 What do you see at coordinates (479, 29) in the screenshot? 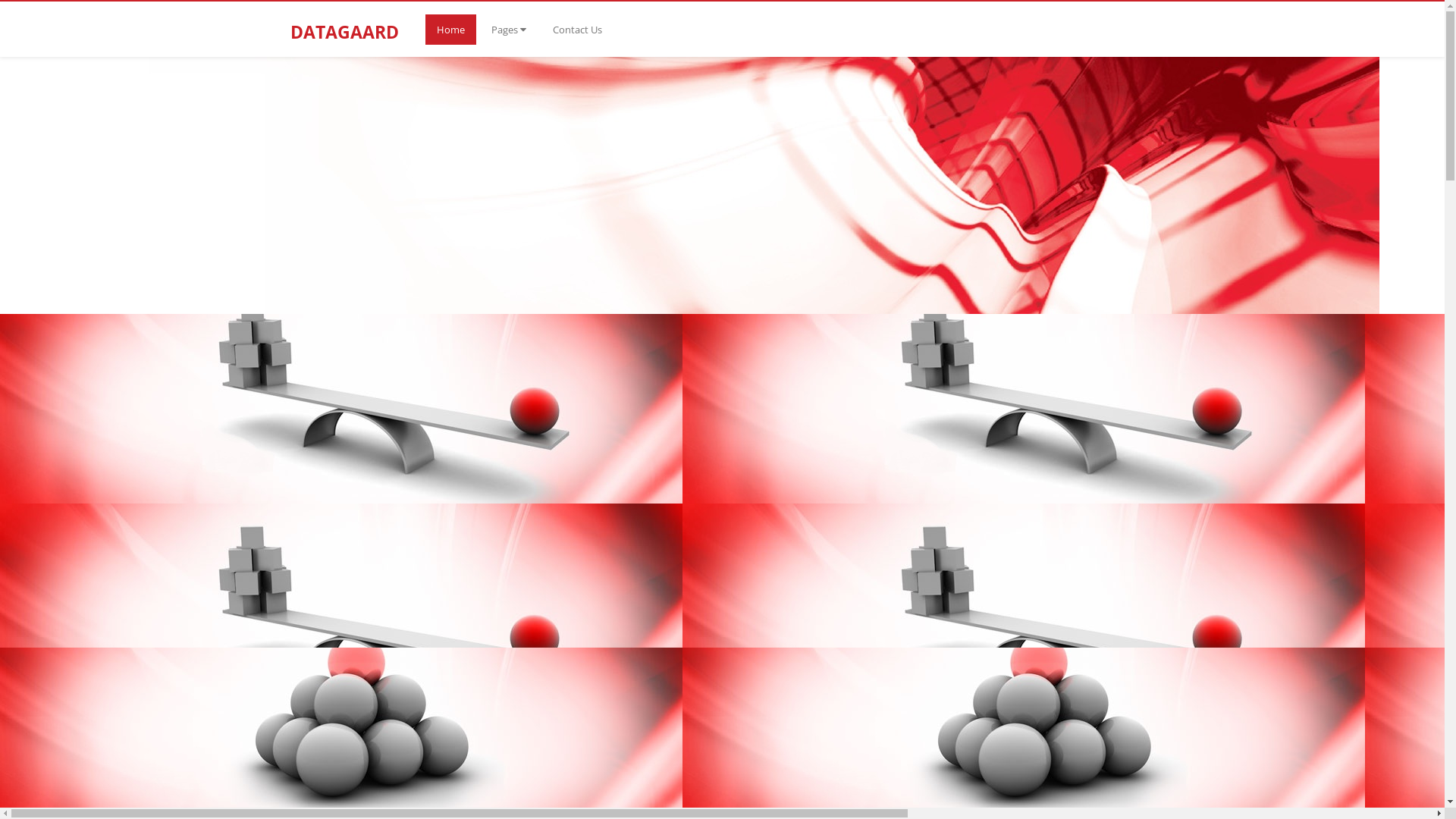
I see `'Pages'` at bounding box center [479, 29].